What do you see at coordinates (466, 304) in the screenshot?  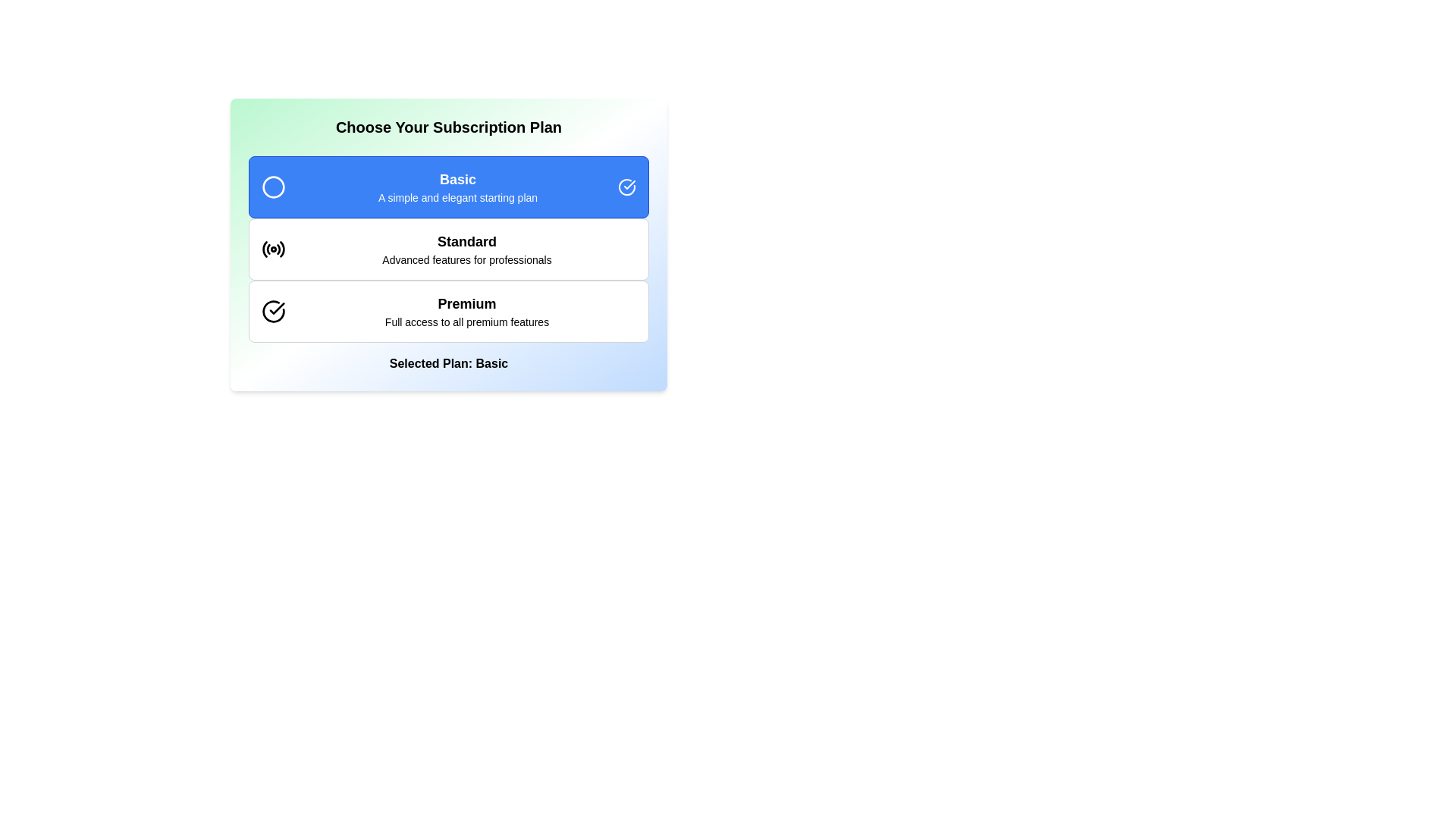 I see `'Premium' subscription title text label, which serves as the header for the subscription option, located above the descriptive text within the third subscription card` at bounding box center [466, 304].